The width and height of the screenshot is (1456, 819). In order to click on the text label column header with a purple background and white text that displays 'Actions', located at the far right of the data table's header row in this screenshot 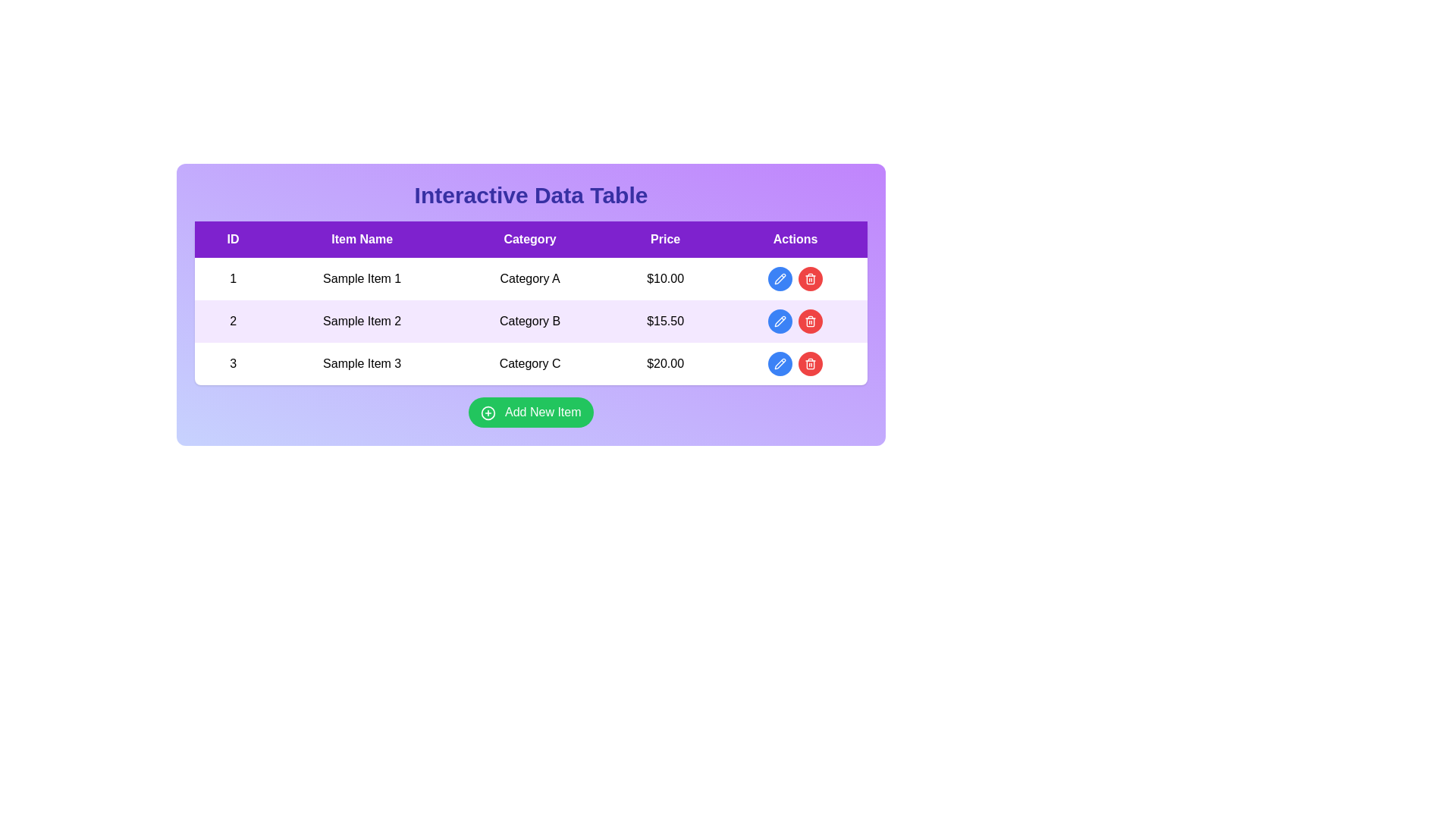, I will do `click(795, 239)`.